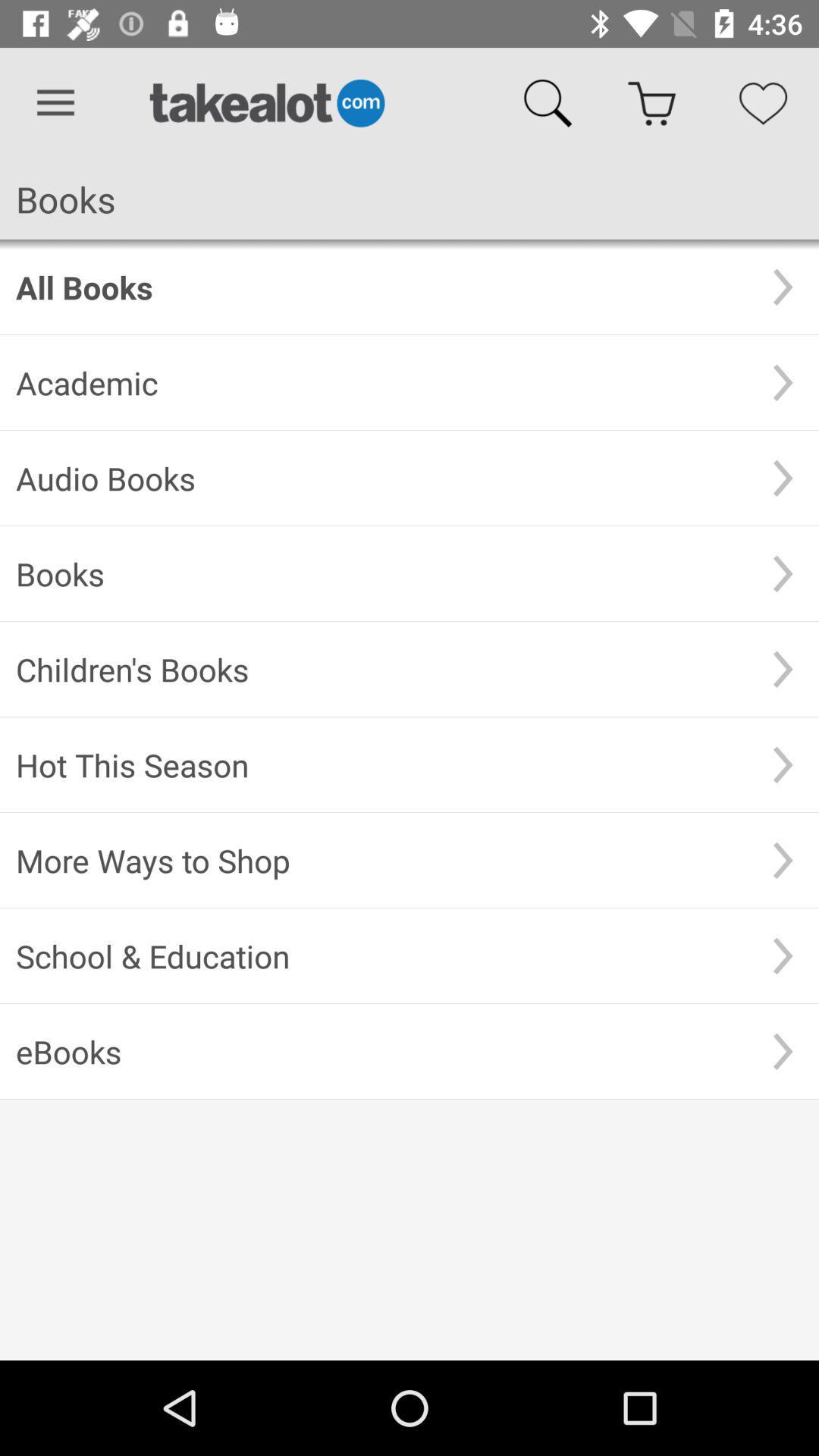 Image resolution: width=819 pixels, height=1456 pixels. Describe the element at coordinates (381, 860) in the screenshot. I see `the more ways to icon` at that location.